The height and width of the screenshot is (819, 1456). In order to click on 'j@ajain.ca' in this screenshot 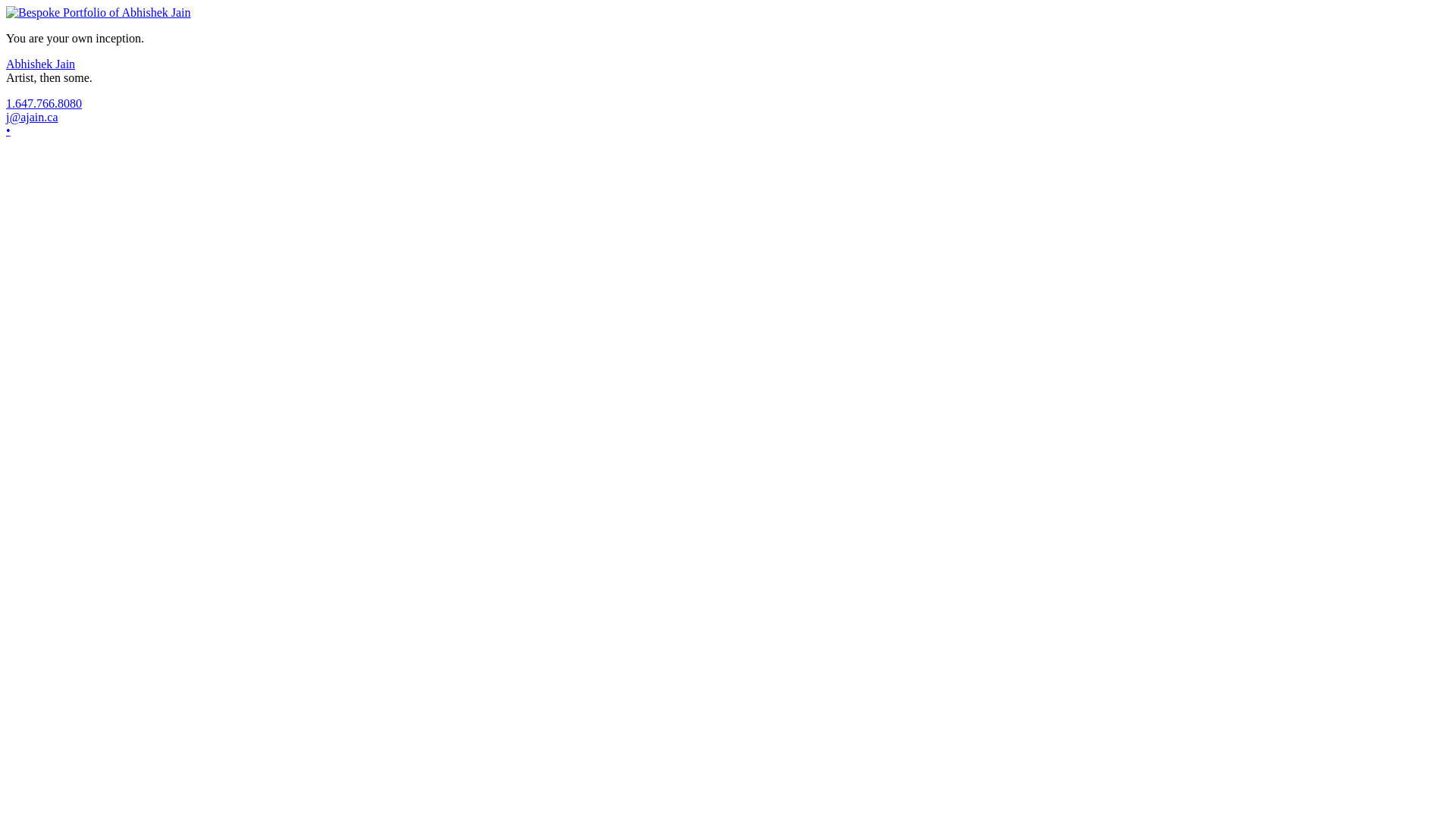, I will do `click(32, 116)`.